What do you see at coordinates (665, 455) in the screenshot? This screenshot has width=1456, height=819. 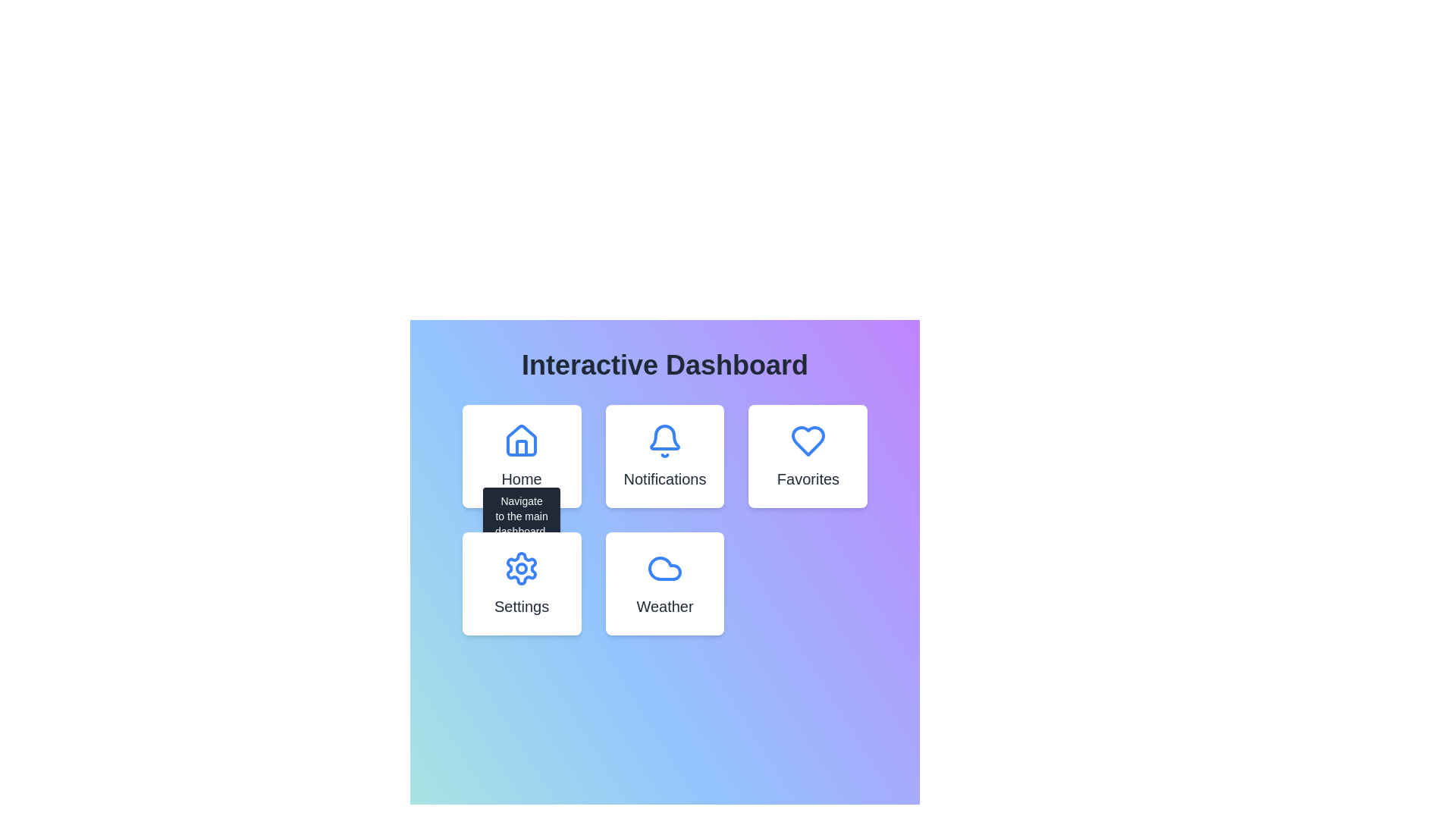 I see `the 'Notifications' interactive card, which is the second card from the left in the first row of a grid layout` at bounding box center [665, 455].